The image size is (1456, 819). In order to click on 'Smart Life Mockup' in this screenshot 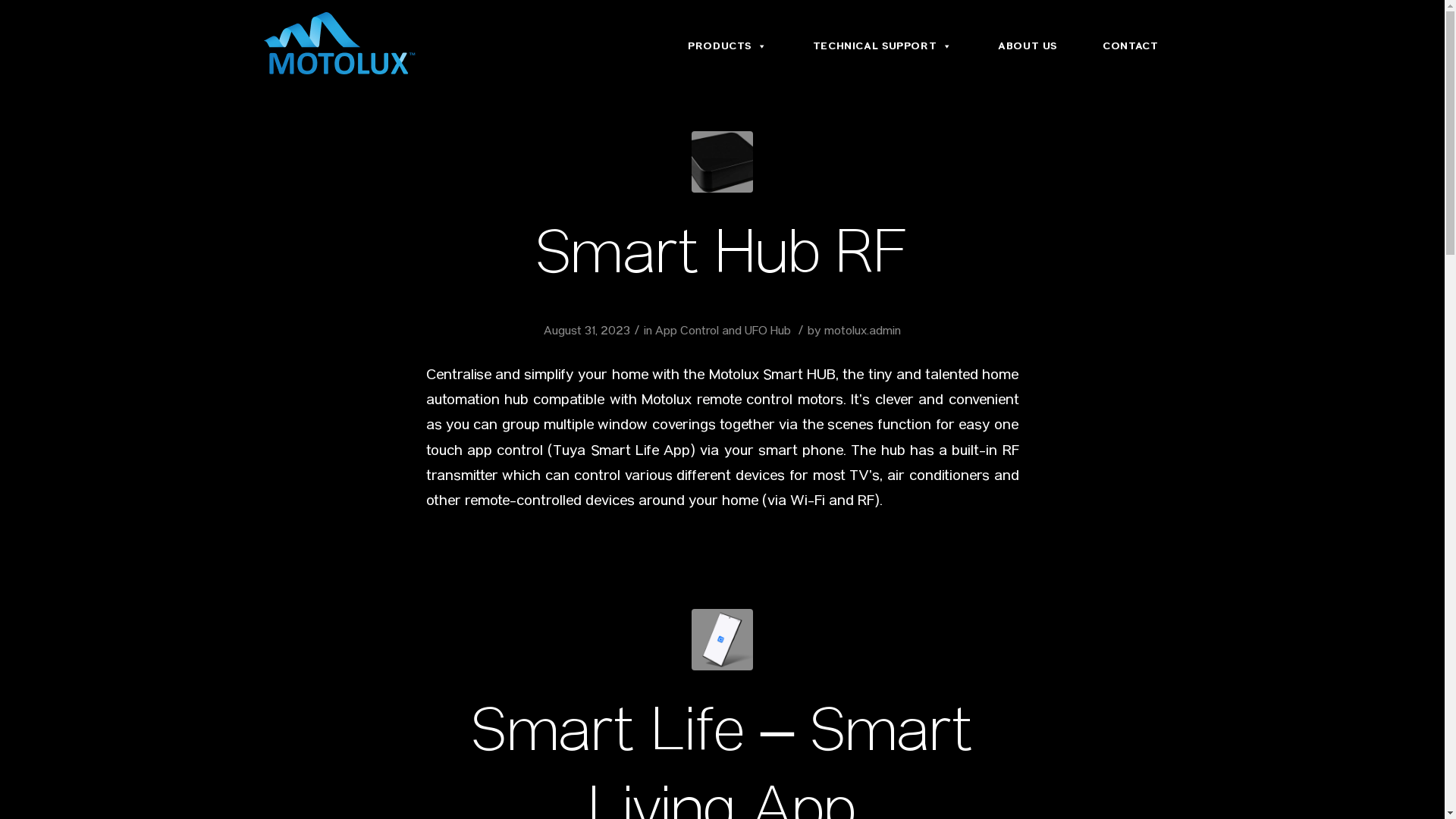, I will do `click(721, 639)`.